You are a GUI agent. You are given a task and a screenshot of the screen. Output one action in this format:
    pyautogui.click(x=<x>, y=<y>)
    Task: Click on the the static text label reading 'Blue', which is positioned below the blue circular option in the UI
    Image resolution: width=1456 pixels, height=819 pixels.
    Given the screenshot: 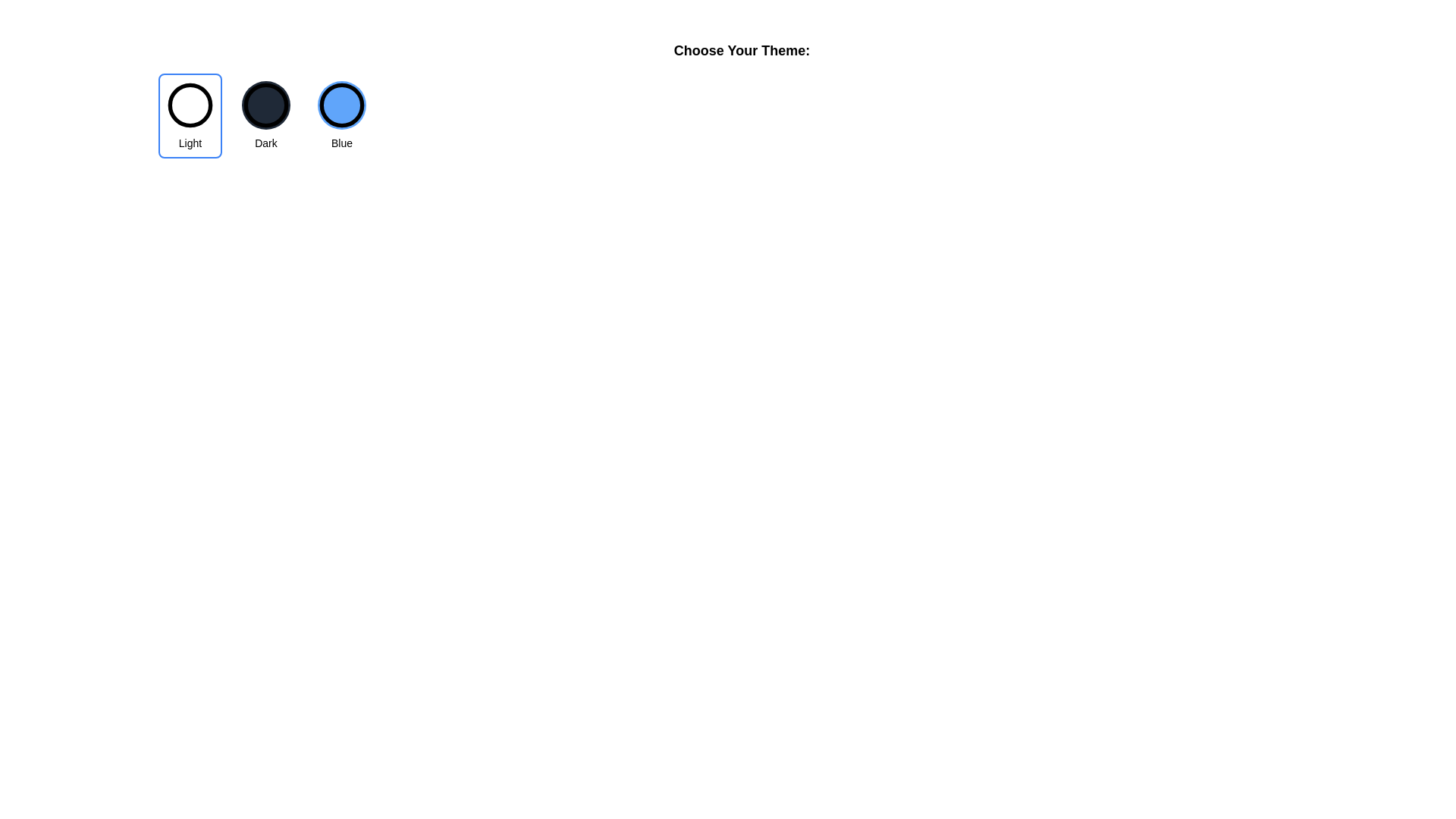 What is the action you would take?
    pyautogui.click(x=341, y=143)
    